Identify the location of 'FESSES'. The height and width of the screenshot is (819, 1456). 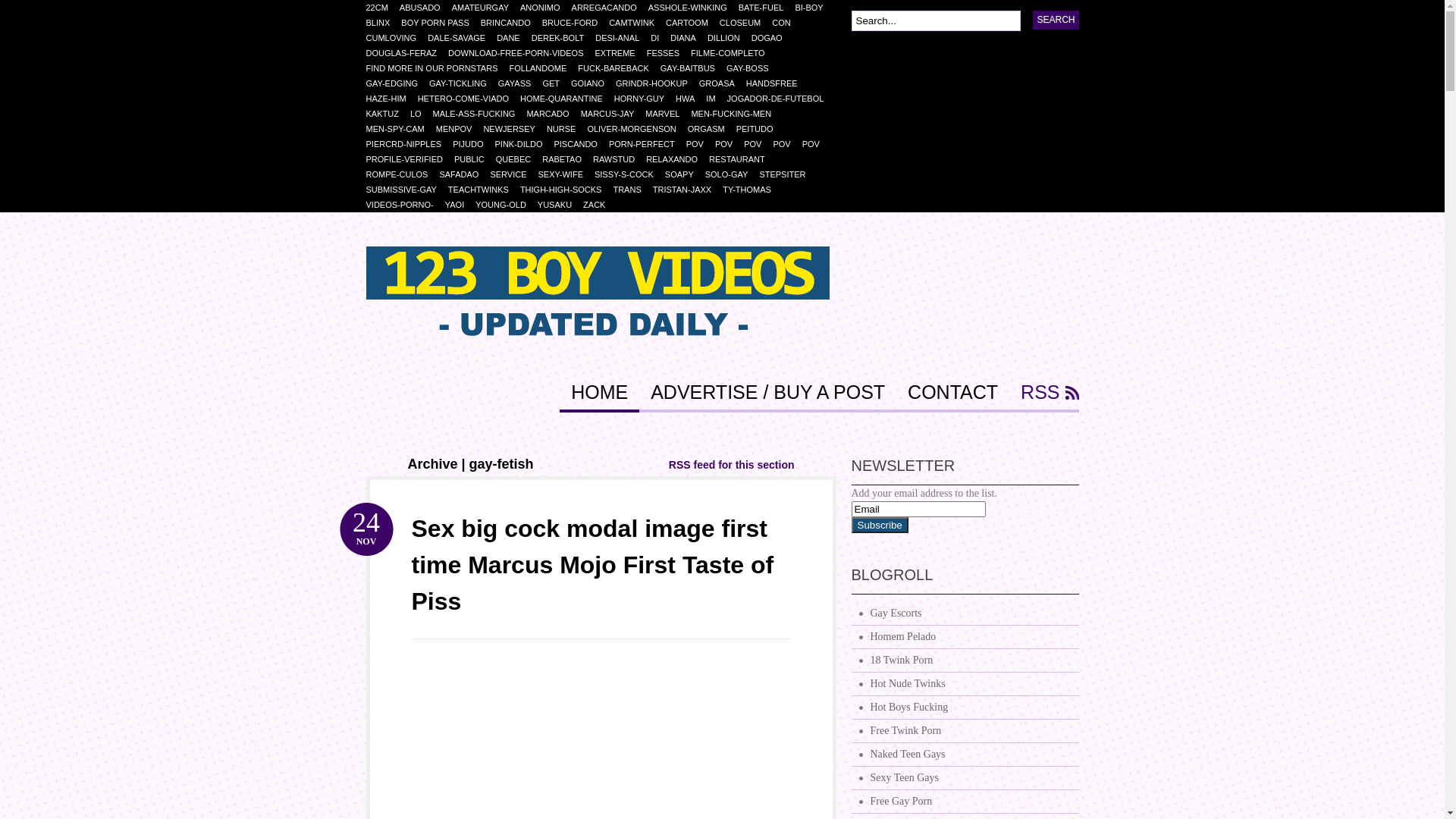
(668, 52).